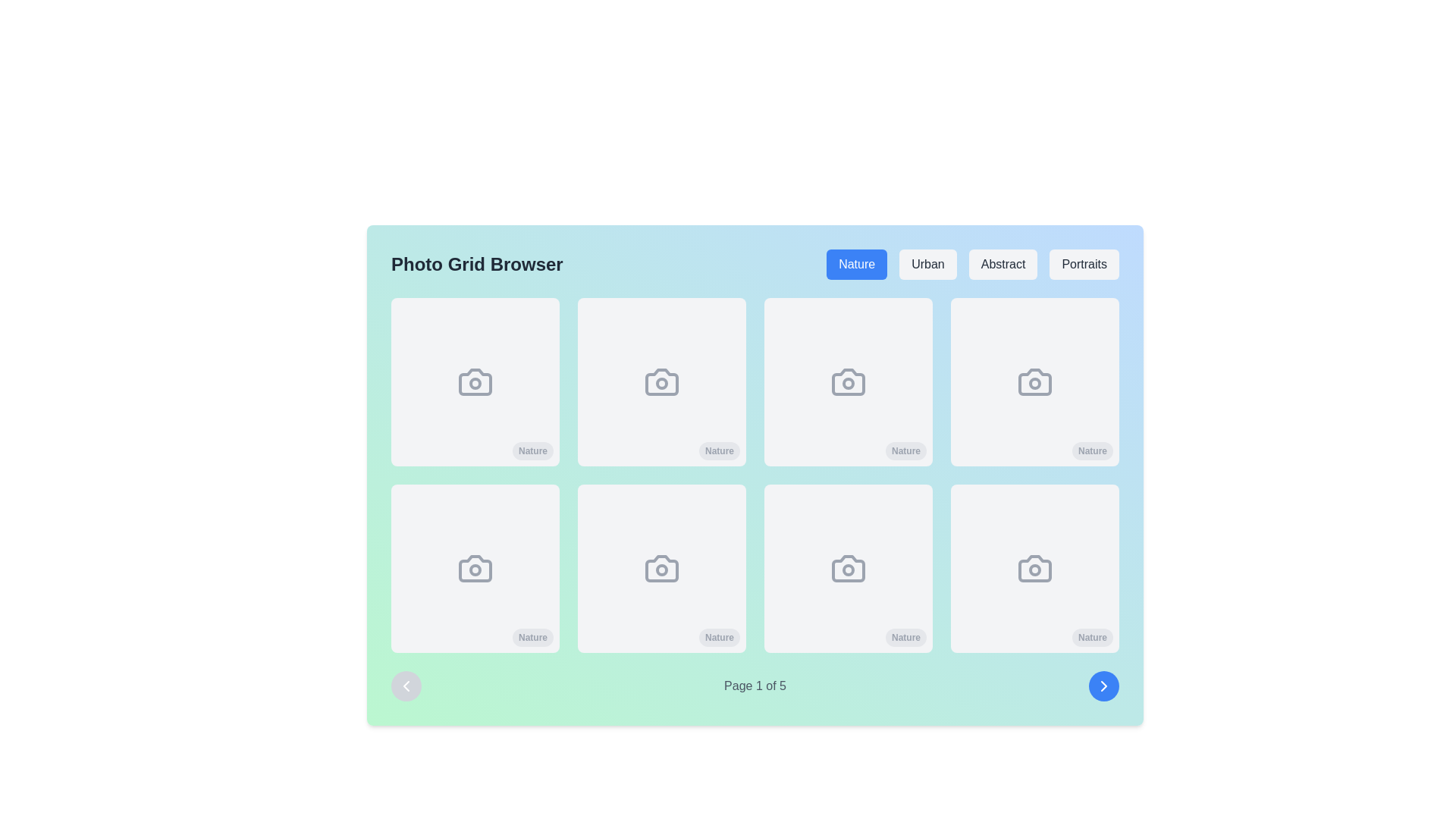 The height and width of the screenshot is (819, 1456). What do you see at coordinates (662, 381) in the screenshot?
I see `the 'Nature' Card, which is the second item in the first row of a grid layout` at bounding box center [662, 381].